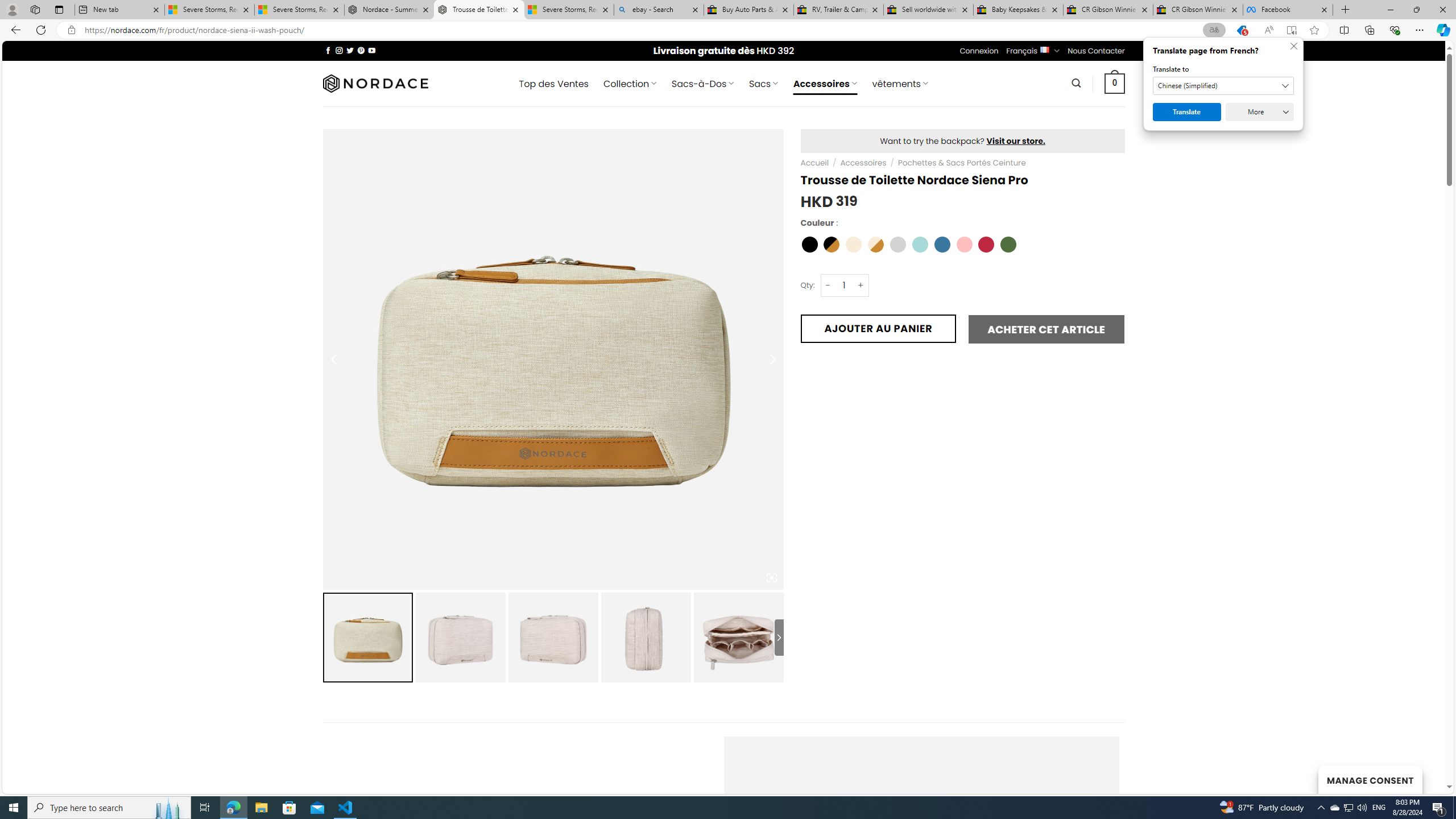 The height and width of the screenshot is (819, 1456). I want to click on 'ACHETER CET ARTICLE', so click(1045, 329).